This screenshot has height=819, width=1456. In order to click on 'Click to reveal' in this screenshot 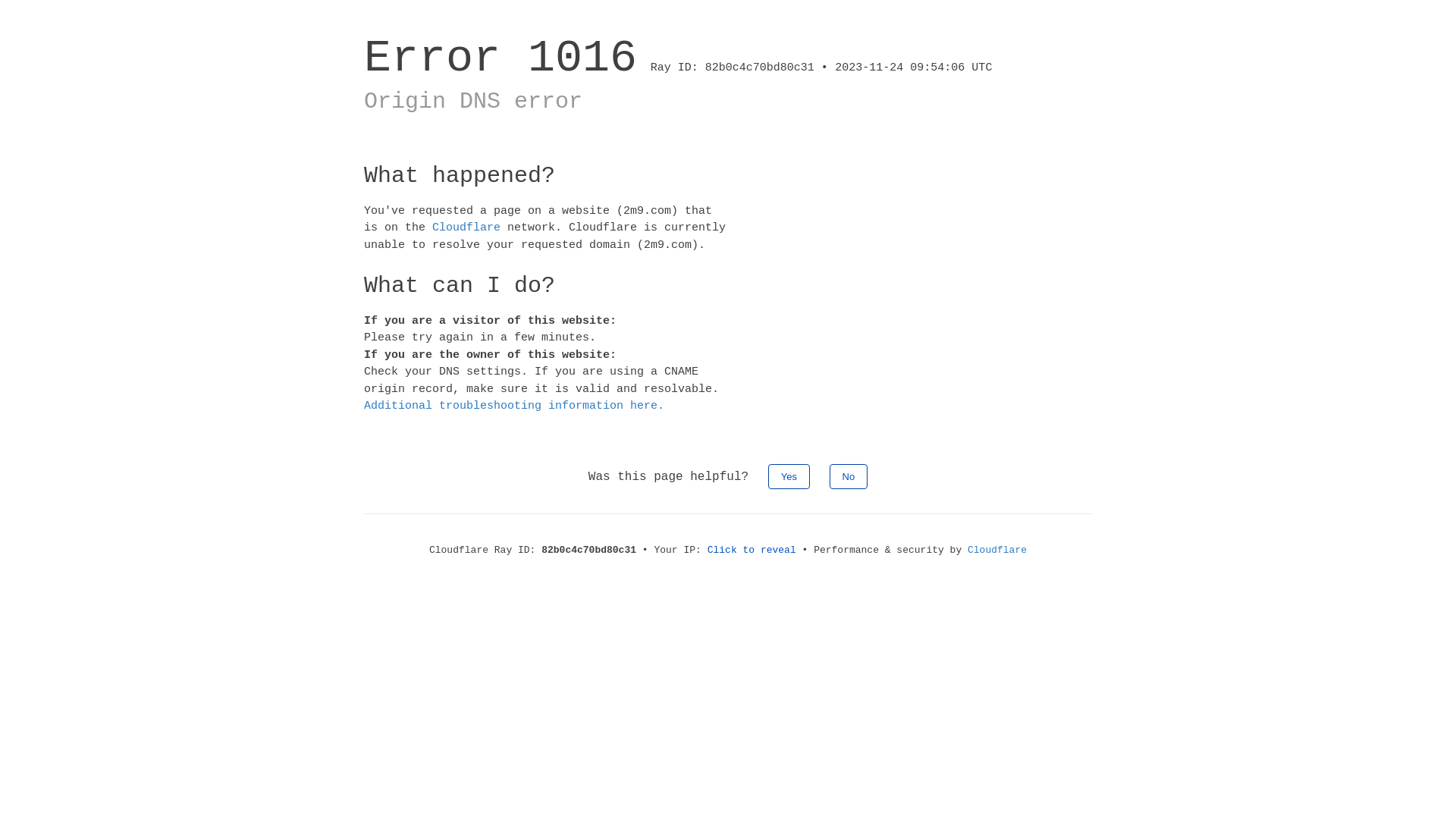, I will do `click(752, 550)`.